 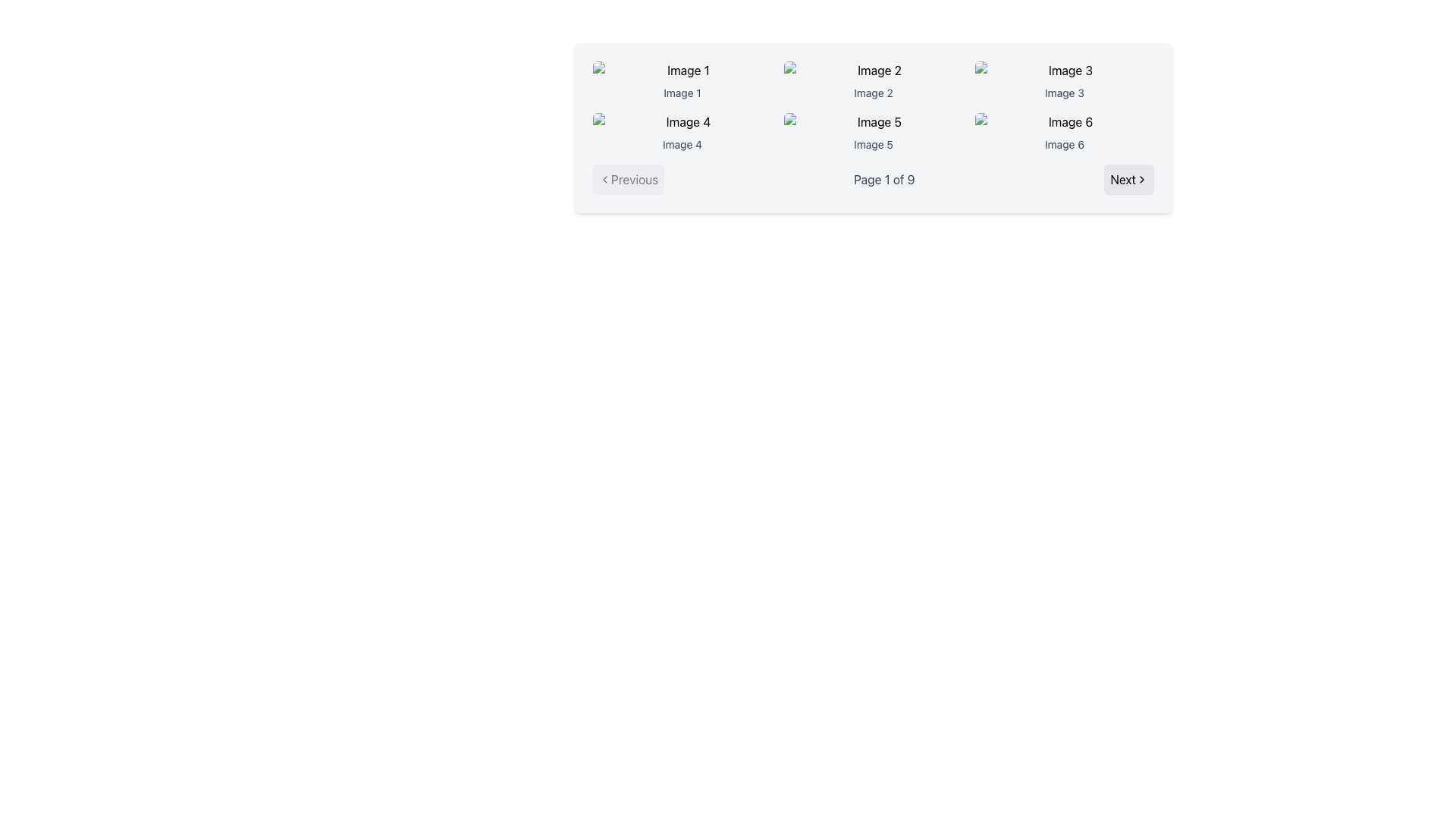 What do you see at coordinates (629, 178) in the screenshot?
I see `the 'Previous Page' button located in the pagination bar on the left side of the interface before the 'Page 1 of 9' text` at bounding box center [629, 178].